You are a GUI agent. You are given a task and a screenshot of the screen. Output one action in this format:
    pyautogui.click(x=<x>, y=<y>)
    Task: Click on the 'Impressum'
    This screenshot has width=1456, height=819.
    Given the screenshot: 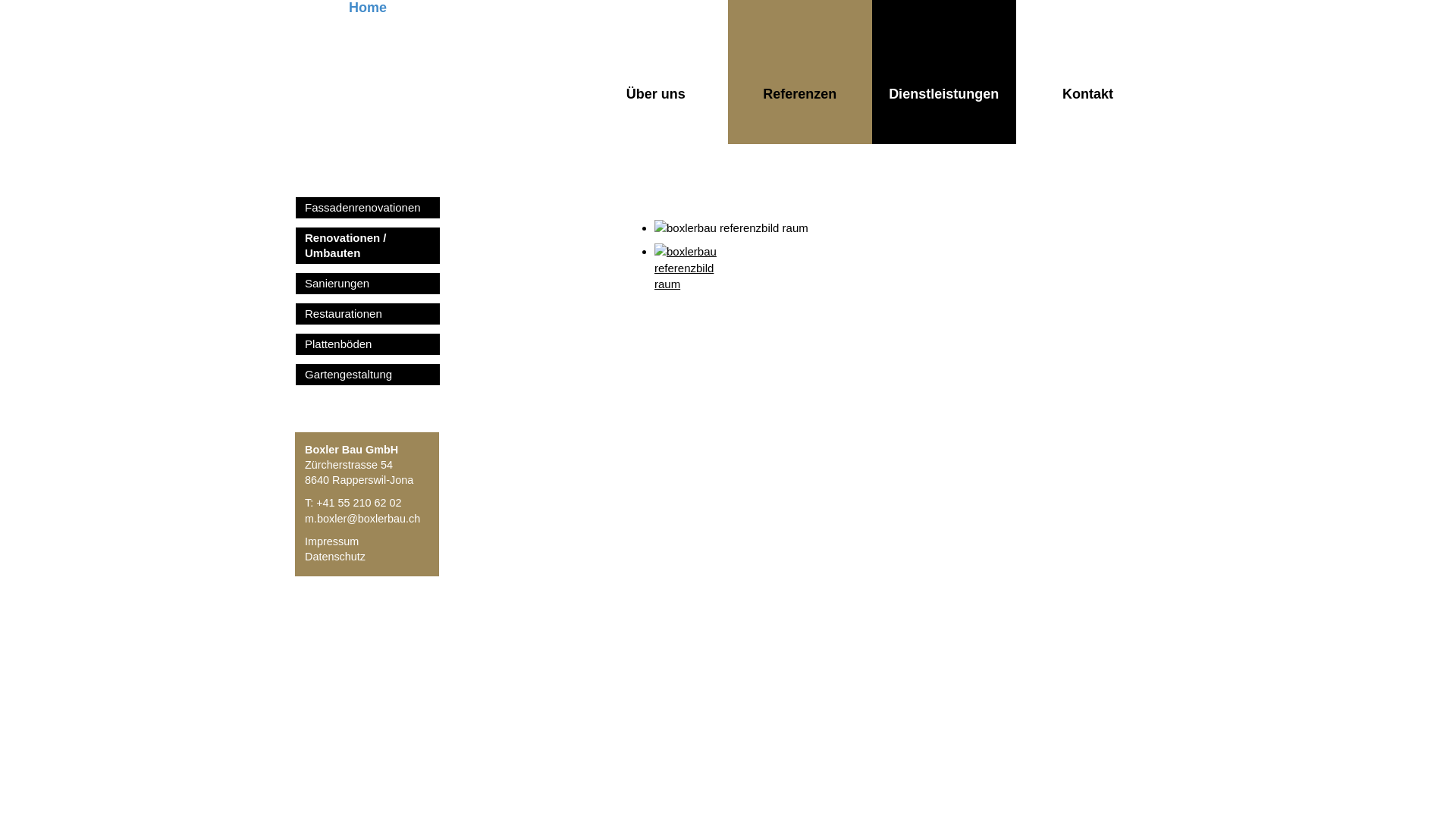 What is the action you would take?
    pyautogui.click(x=304, y=540)
    